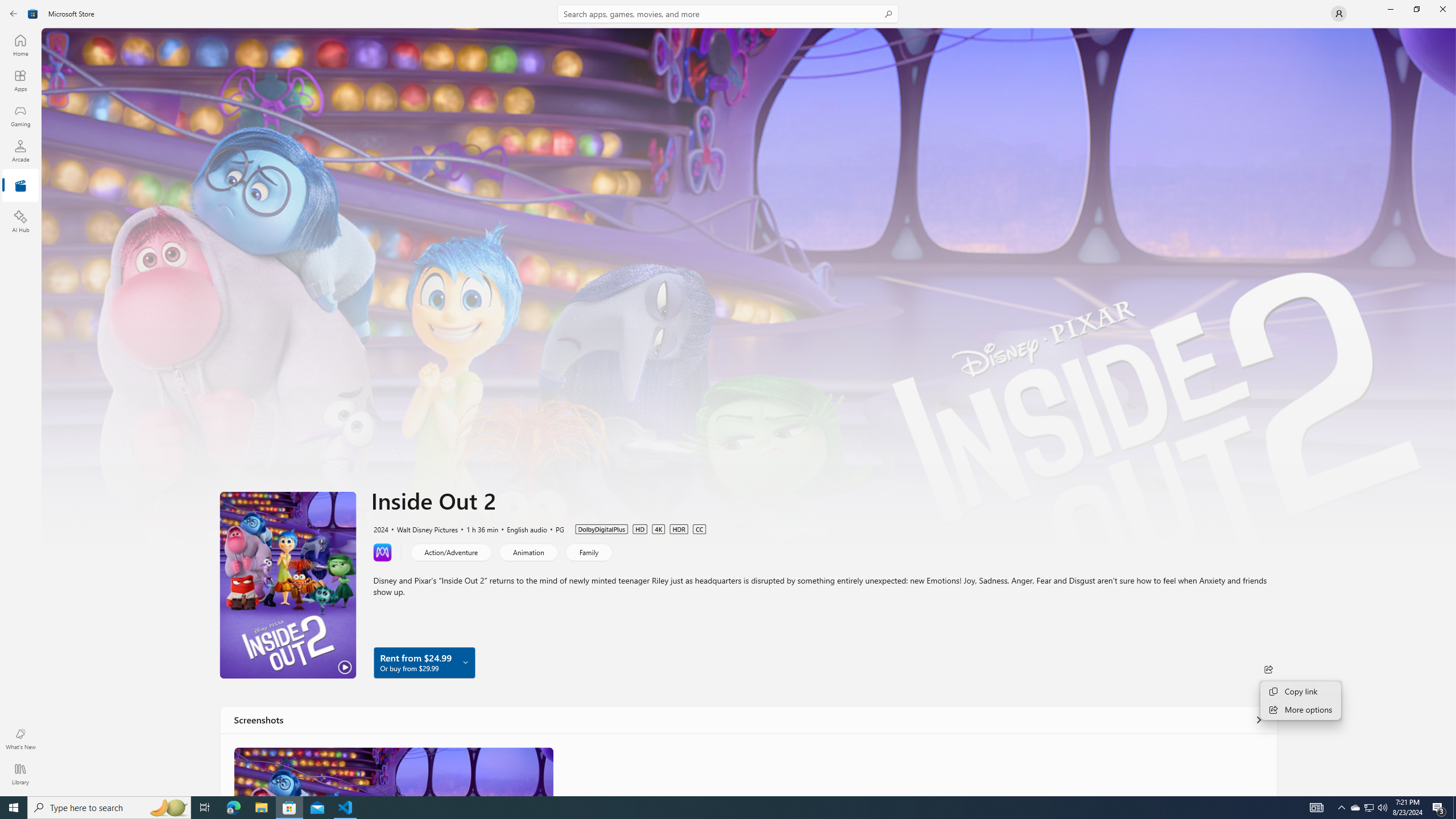  What do you see at coordinates (19, 738) in the screenshot?
I see `'What'` at bounding box center [19, 738].